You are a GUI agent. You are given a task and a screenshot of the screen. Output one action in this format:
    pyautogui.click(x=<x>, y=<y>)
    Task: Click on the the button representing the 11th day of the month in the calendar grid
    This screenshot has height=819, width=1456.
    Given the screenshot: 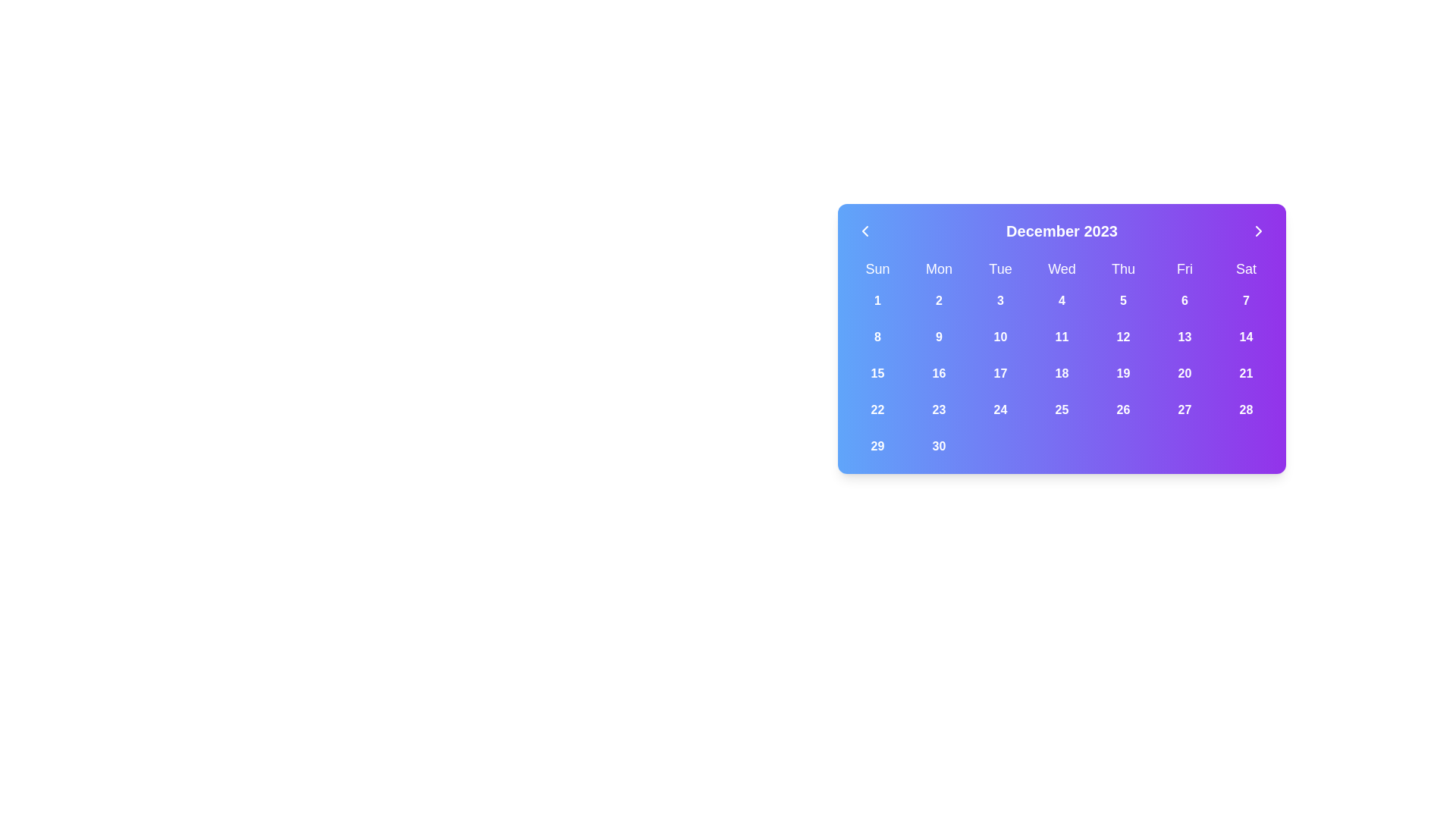 What is the action you would take?
    pyautogui.click(x=1061, y=336)
    